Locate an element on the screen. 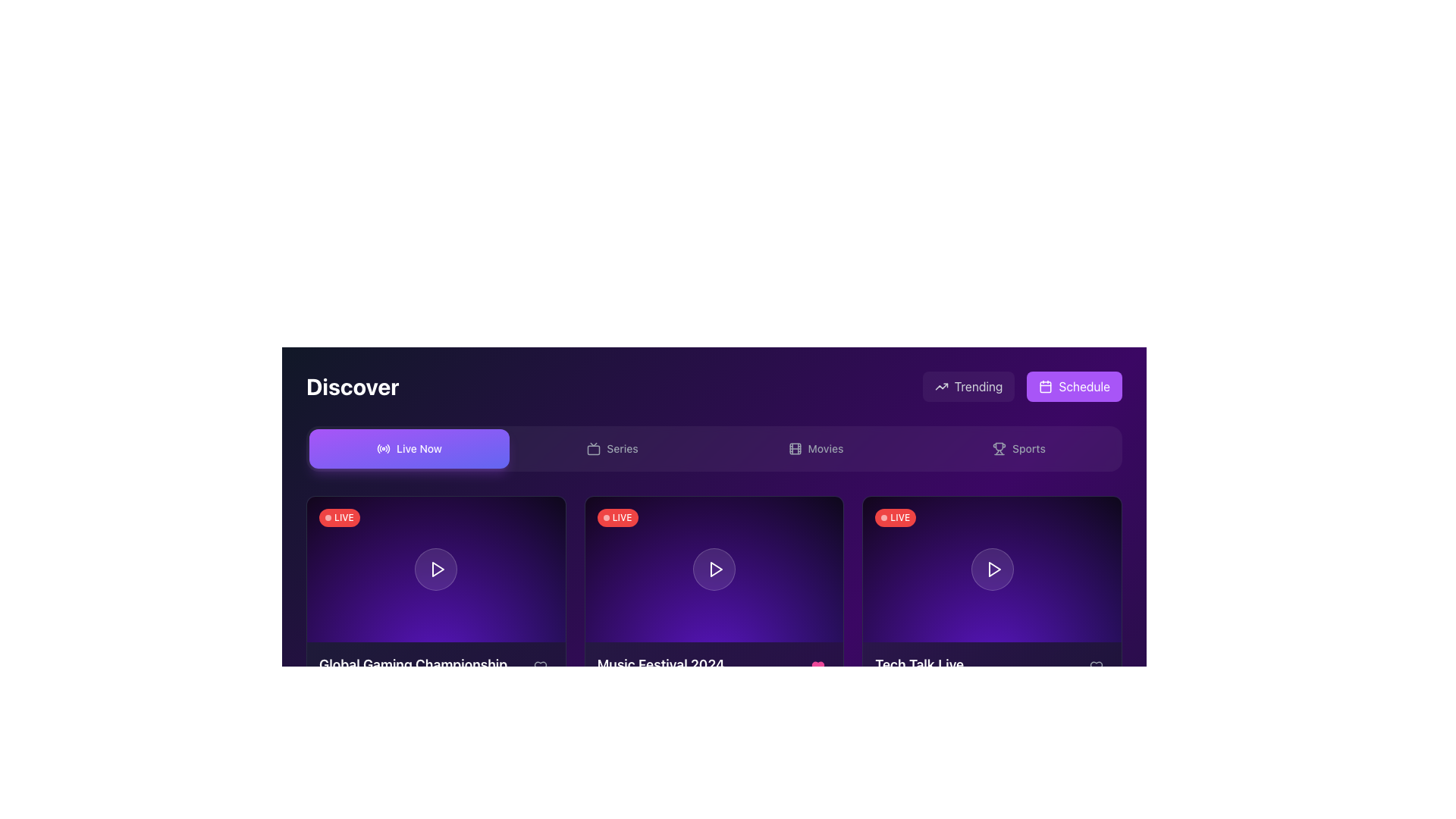 The width and height of the screenshot is (1456, 819). the user engagement metrics represented by the icon-label pair located in the 'Music' section, specifically the third segment indicating views or participants is located at coordinates (701, 699).